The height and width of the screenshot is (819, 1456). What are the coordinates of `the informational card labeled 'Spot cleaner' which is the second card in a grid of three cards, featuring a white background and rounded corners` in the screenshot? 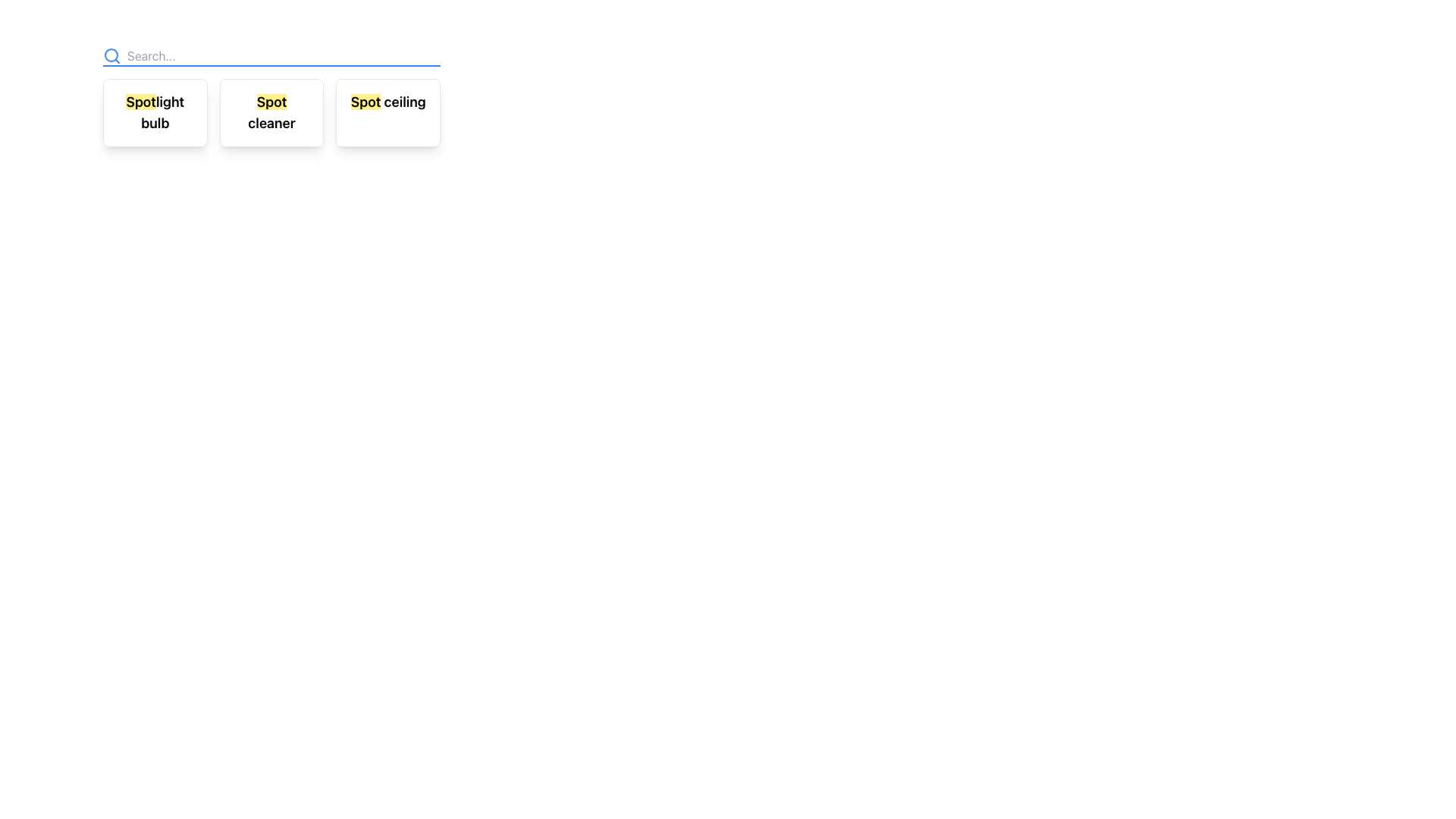 It's located at (271, 112).